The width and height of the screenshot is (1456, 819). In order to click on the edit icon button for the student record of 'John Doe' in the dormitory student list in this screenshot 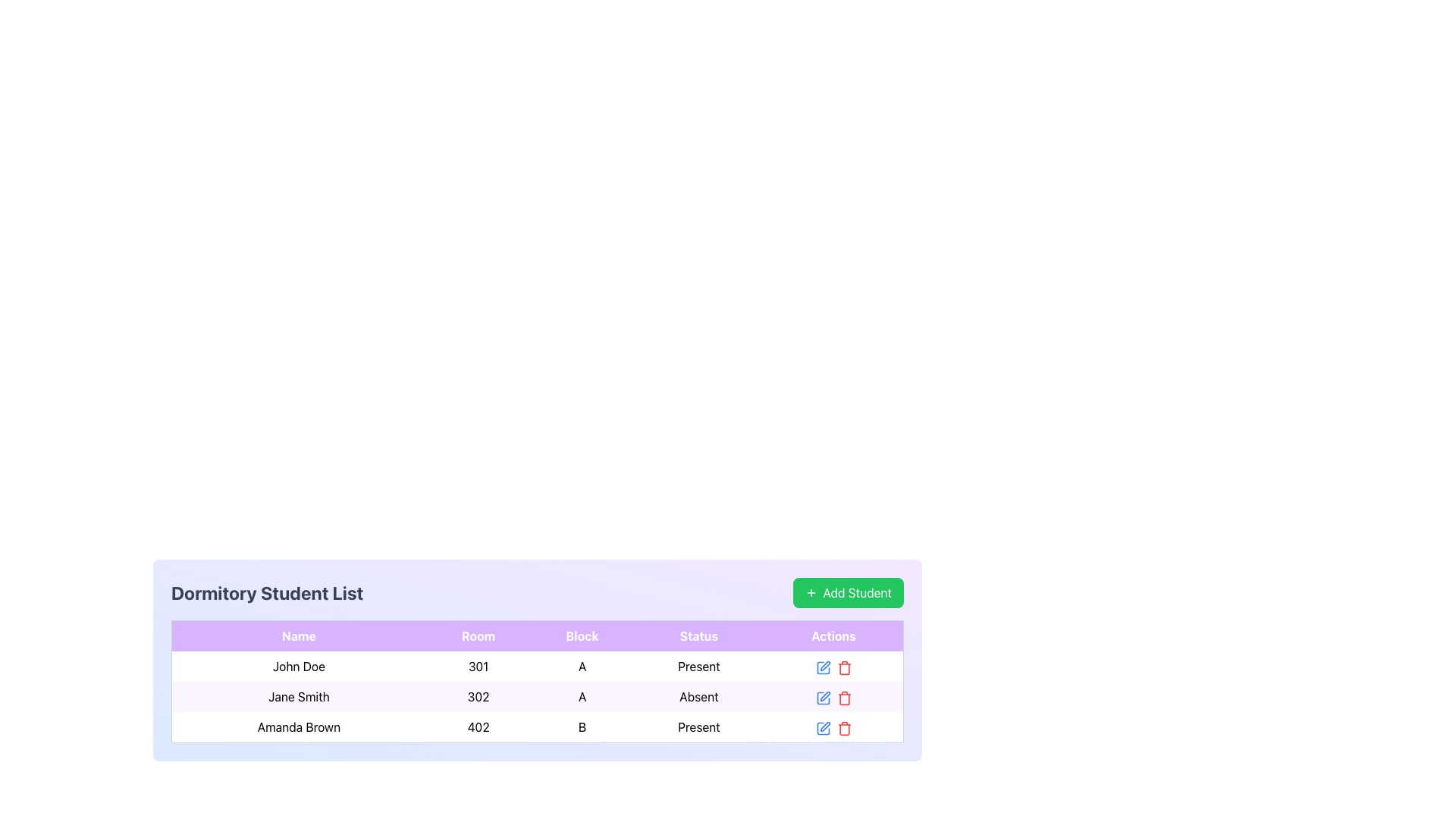, I will do `click(822, 667)`.